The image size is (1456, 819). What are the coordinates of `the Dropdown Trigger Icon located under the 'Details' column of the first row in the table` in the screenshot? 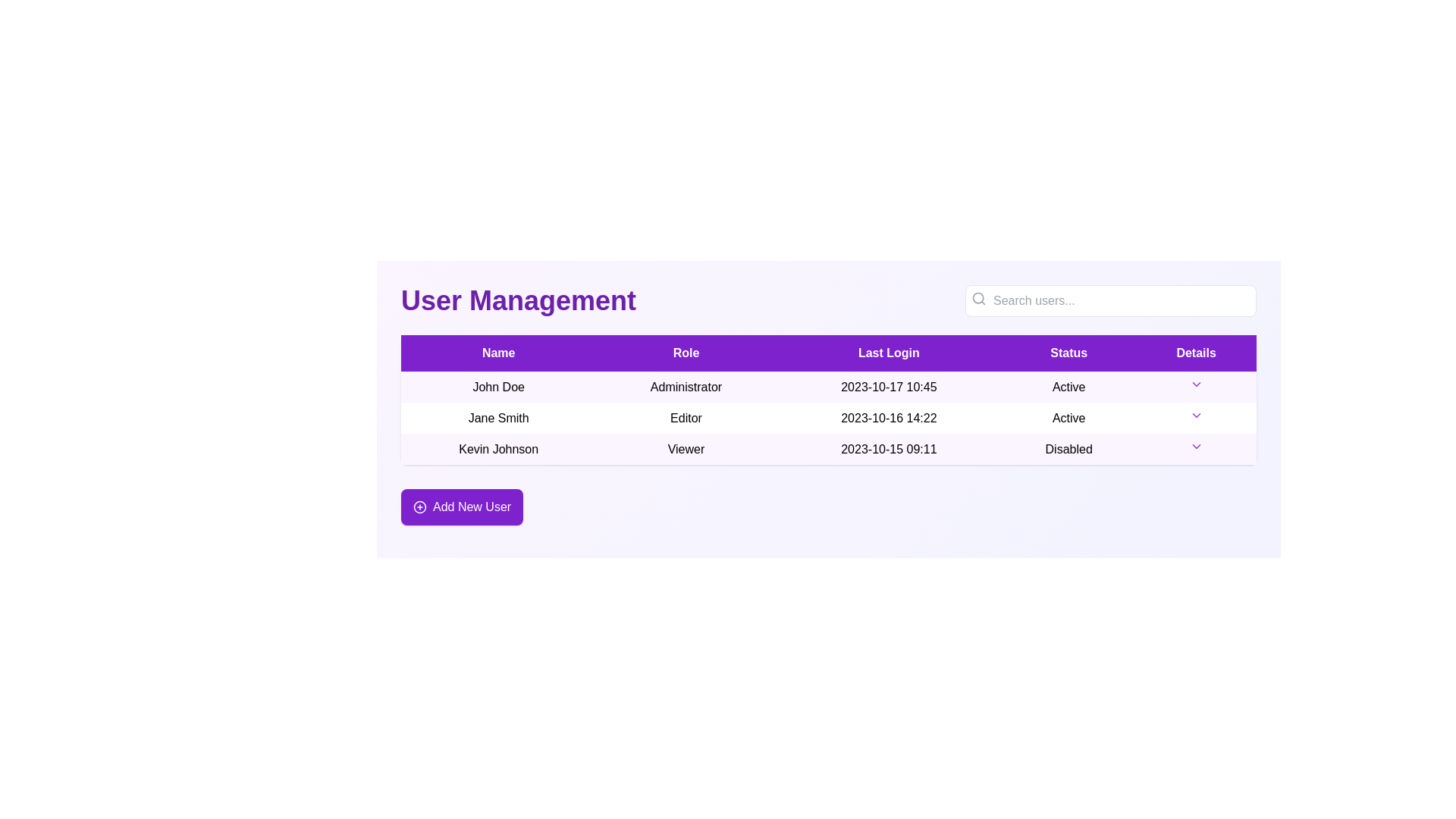 It's located at (1195, 383).